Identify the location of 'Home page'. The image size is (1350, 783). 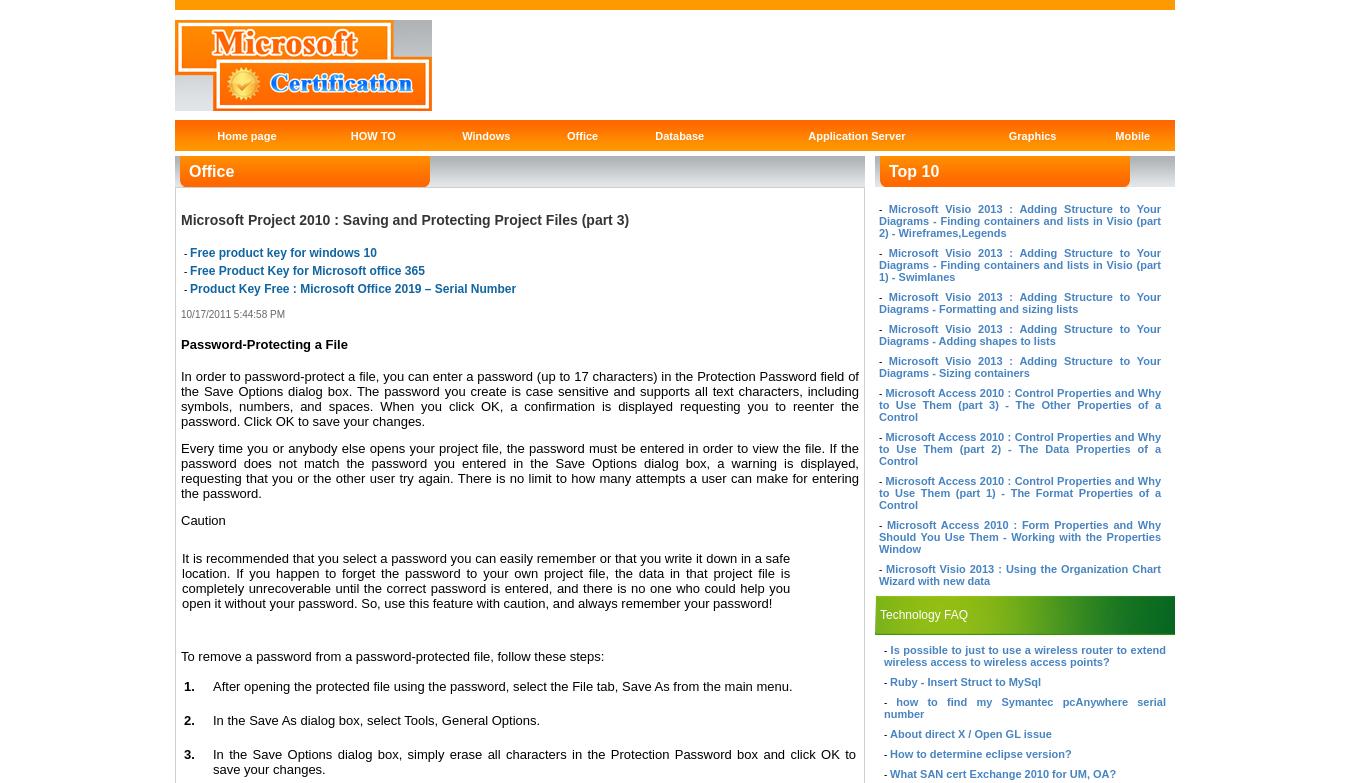
(245, 134).